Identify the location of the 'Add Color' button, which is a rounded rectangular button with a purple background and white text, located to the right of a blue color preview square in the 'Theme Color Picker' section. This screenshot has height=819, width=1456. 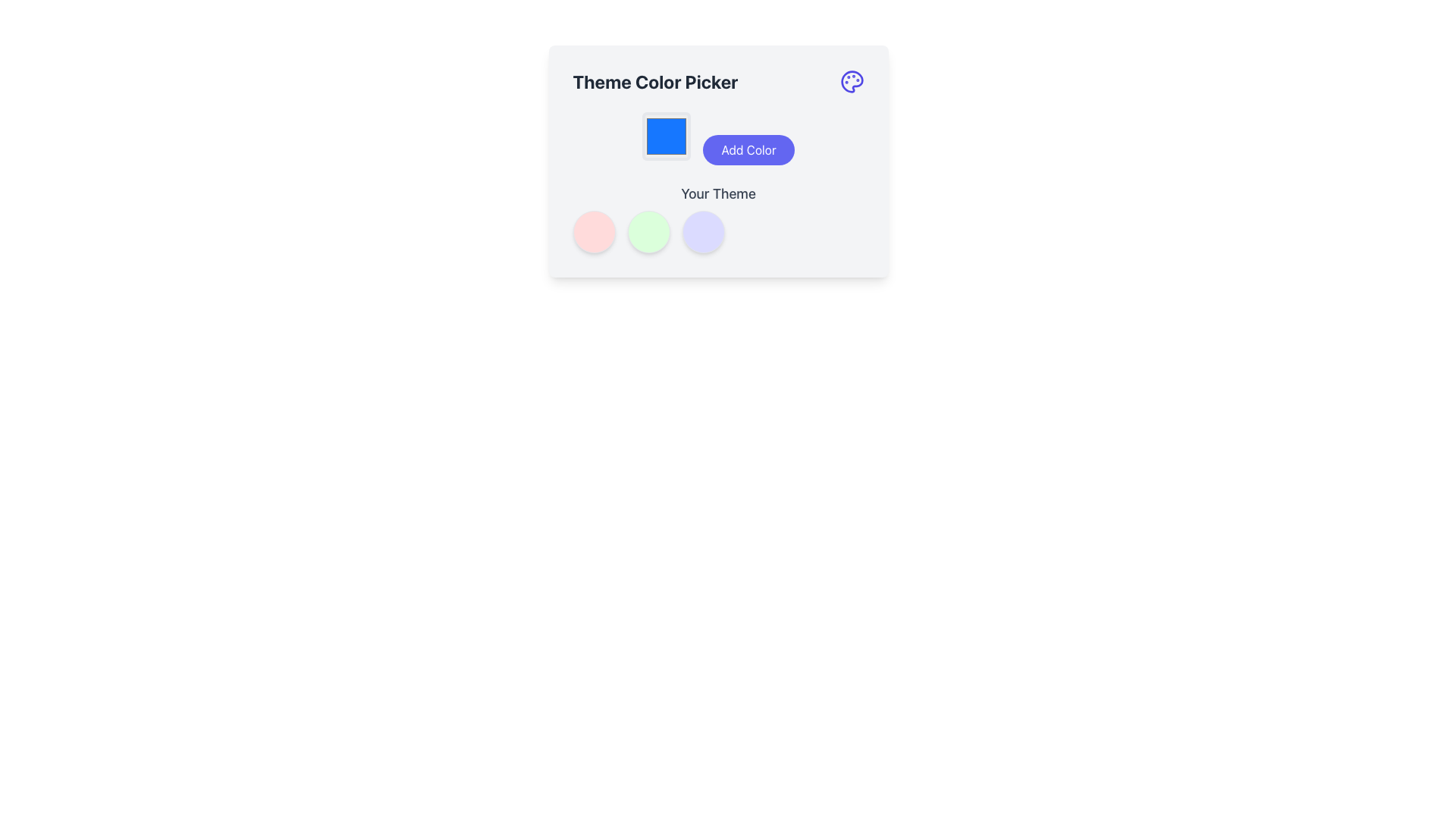
(717, 161).